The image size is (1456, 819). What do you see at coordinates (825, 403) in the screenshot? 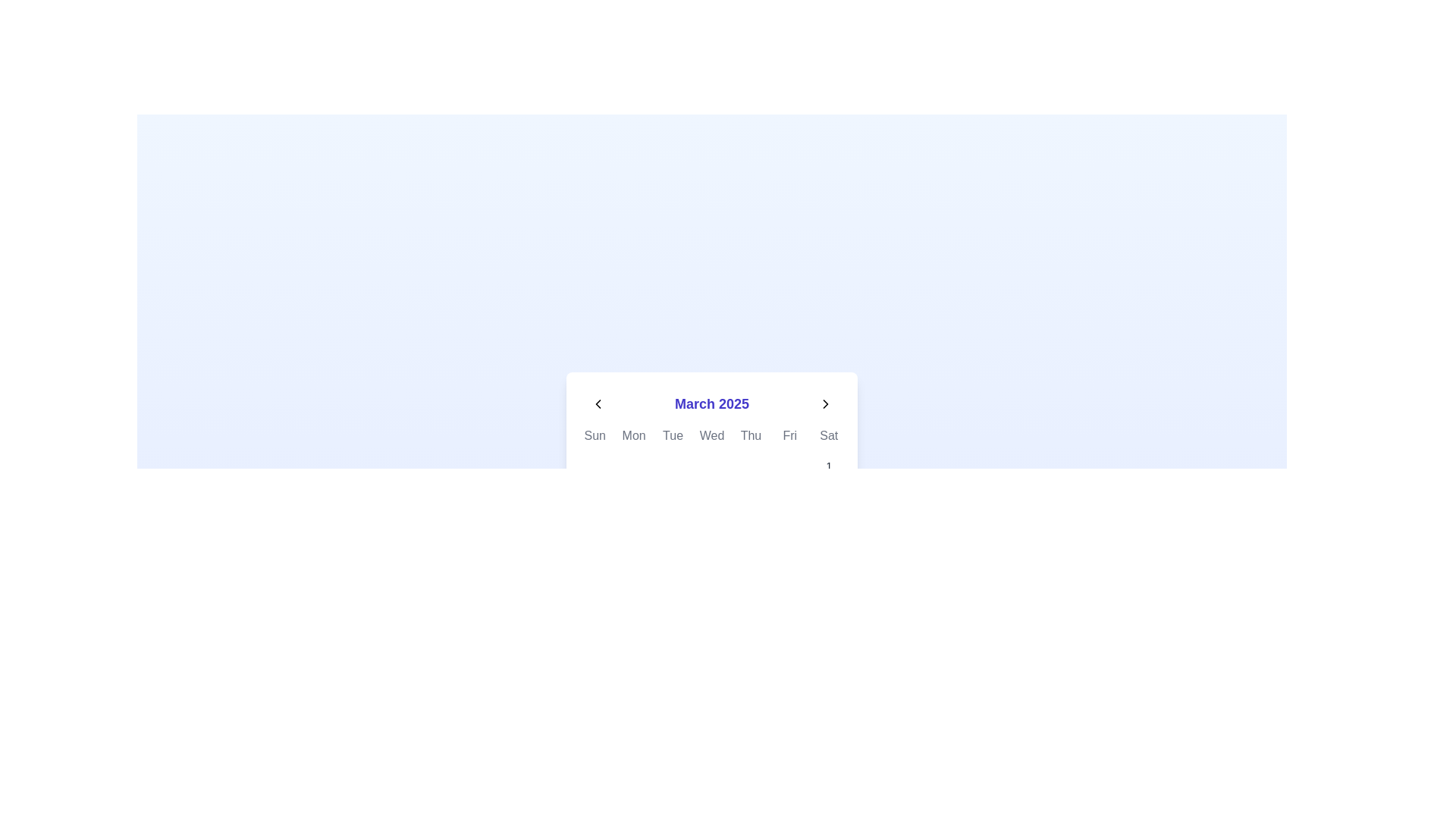
I see `the 'next month' button located on the far right of the calendar component` at bounding box center [825, 403].